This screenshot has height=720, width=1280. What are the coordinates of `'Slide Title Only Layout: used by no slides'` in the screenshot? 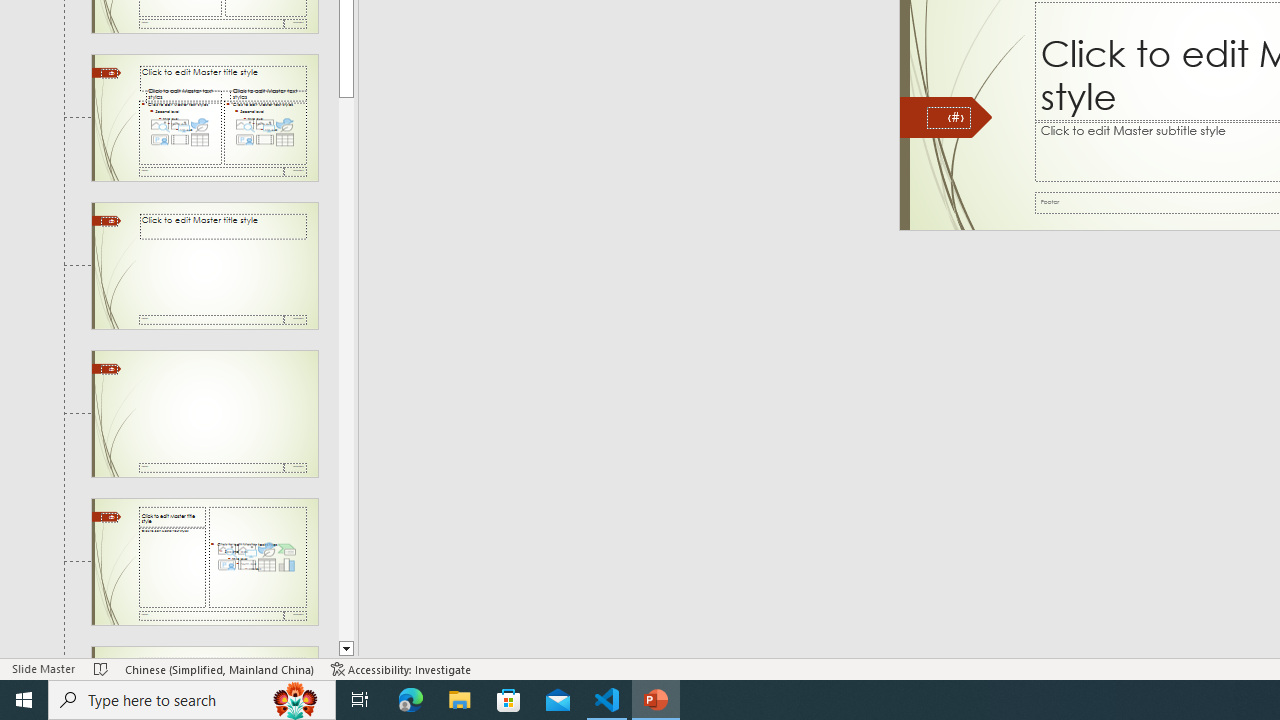 It's located at (204, 265).